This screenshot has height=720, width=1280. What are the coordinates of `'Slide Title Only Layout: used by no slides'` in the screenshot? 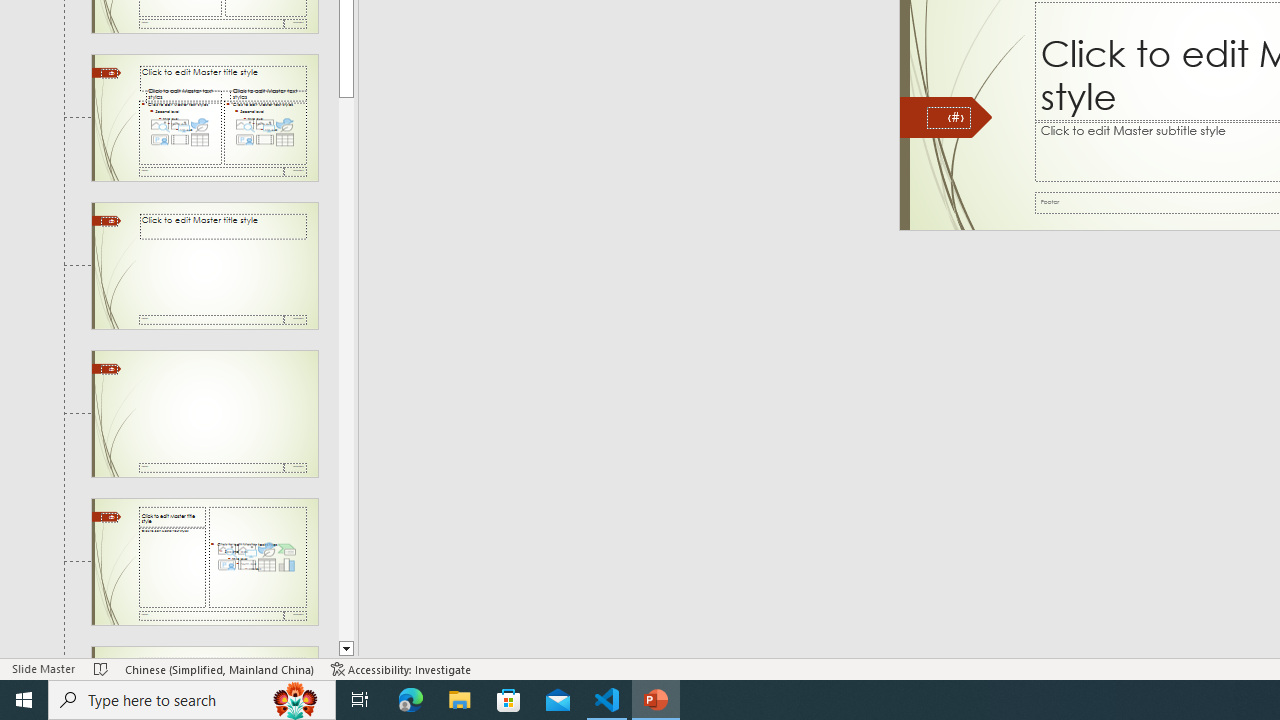 It's located at (204, 265).